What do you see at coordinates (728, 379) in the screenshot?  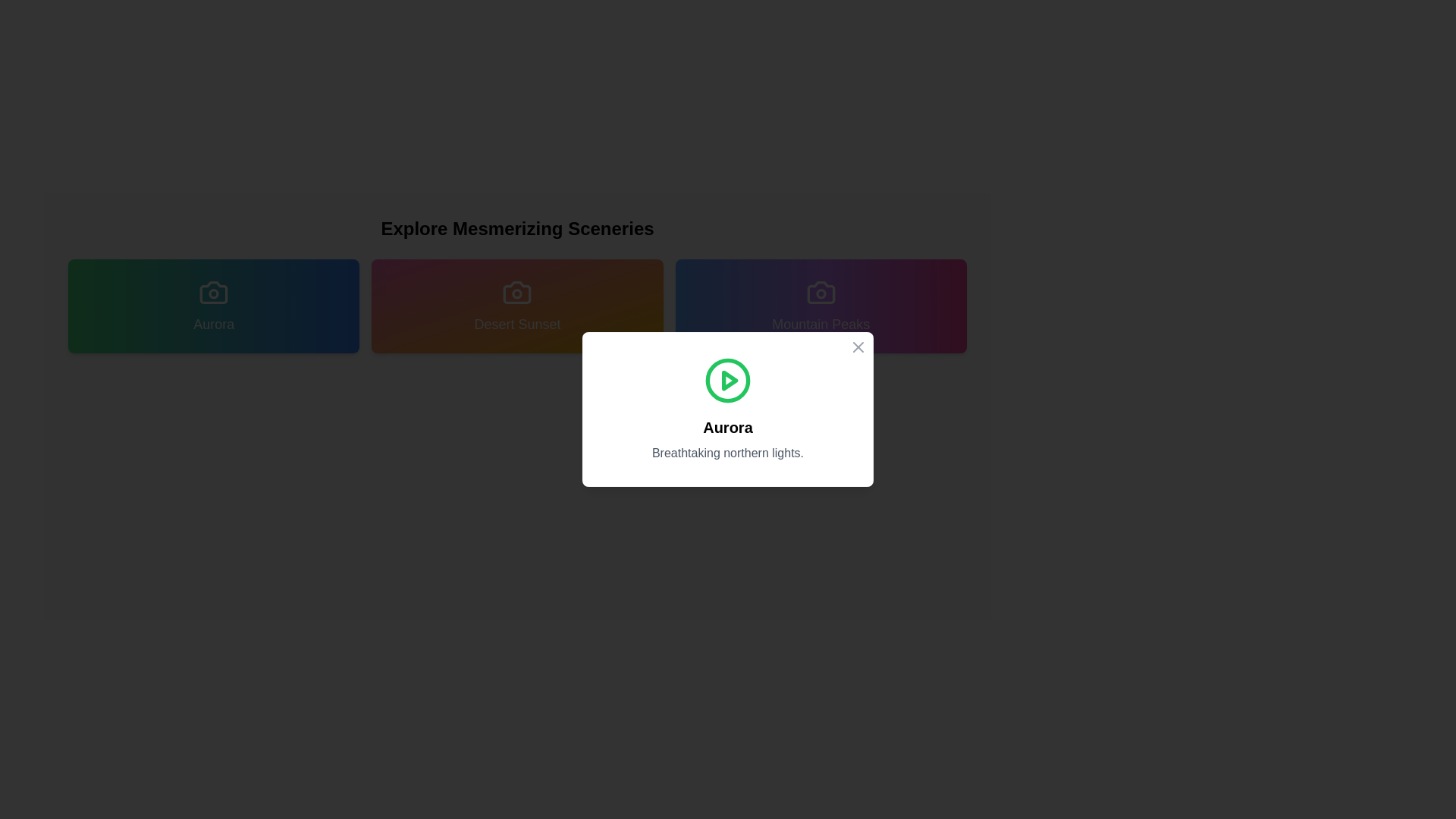 I see `the green circular play button with a white triangle, located at the center of the modal dialog box above the text 'Aurora' and 'Breathtaking northern lights'` at bounding box center [728, 379].